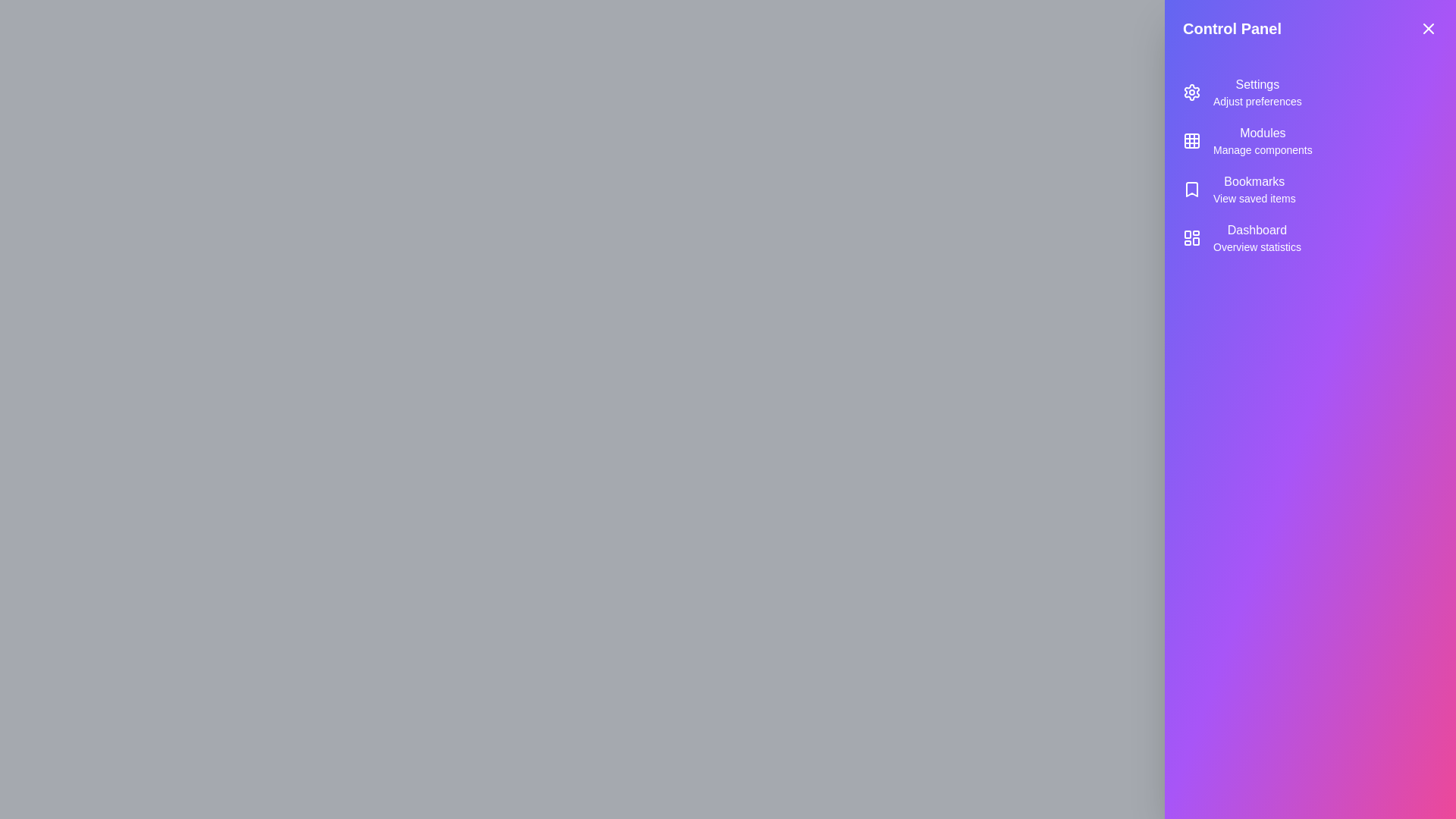 This screenshot has height=819, width=1456. What do you see at coordinates (1191, 140) in the screenshot?
I see `the upper-left rectangle of the grid-based 'Modules' icon located in the sidebar menu` at bounding box center [1191, 140].